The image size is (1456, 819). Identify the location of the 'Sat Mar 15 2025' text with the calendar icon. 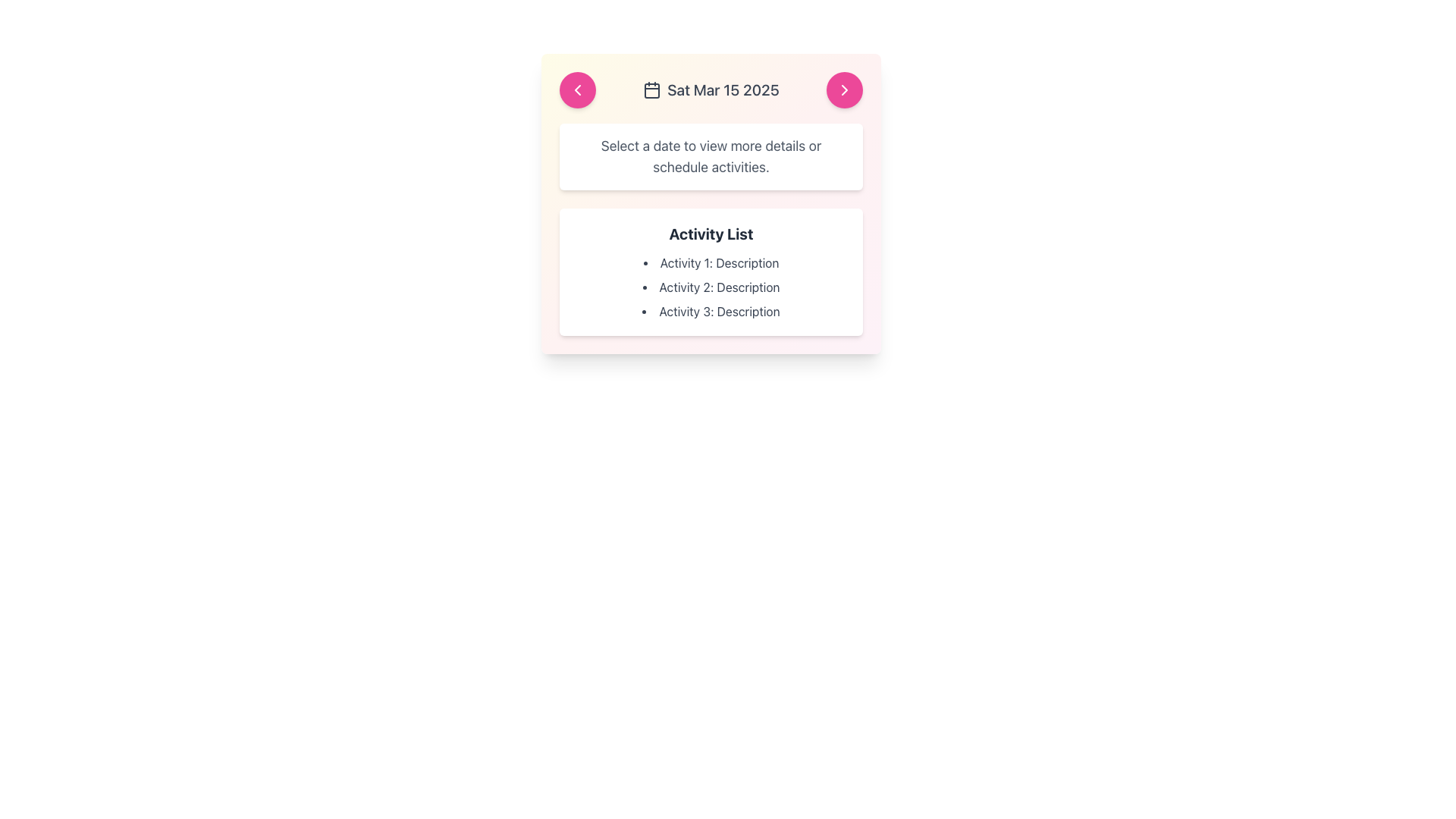
(710, 90).